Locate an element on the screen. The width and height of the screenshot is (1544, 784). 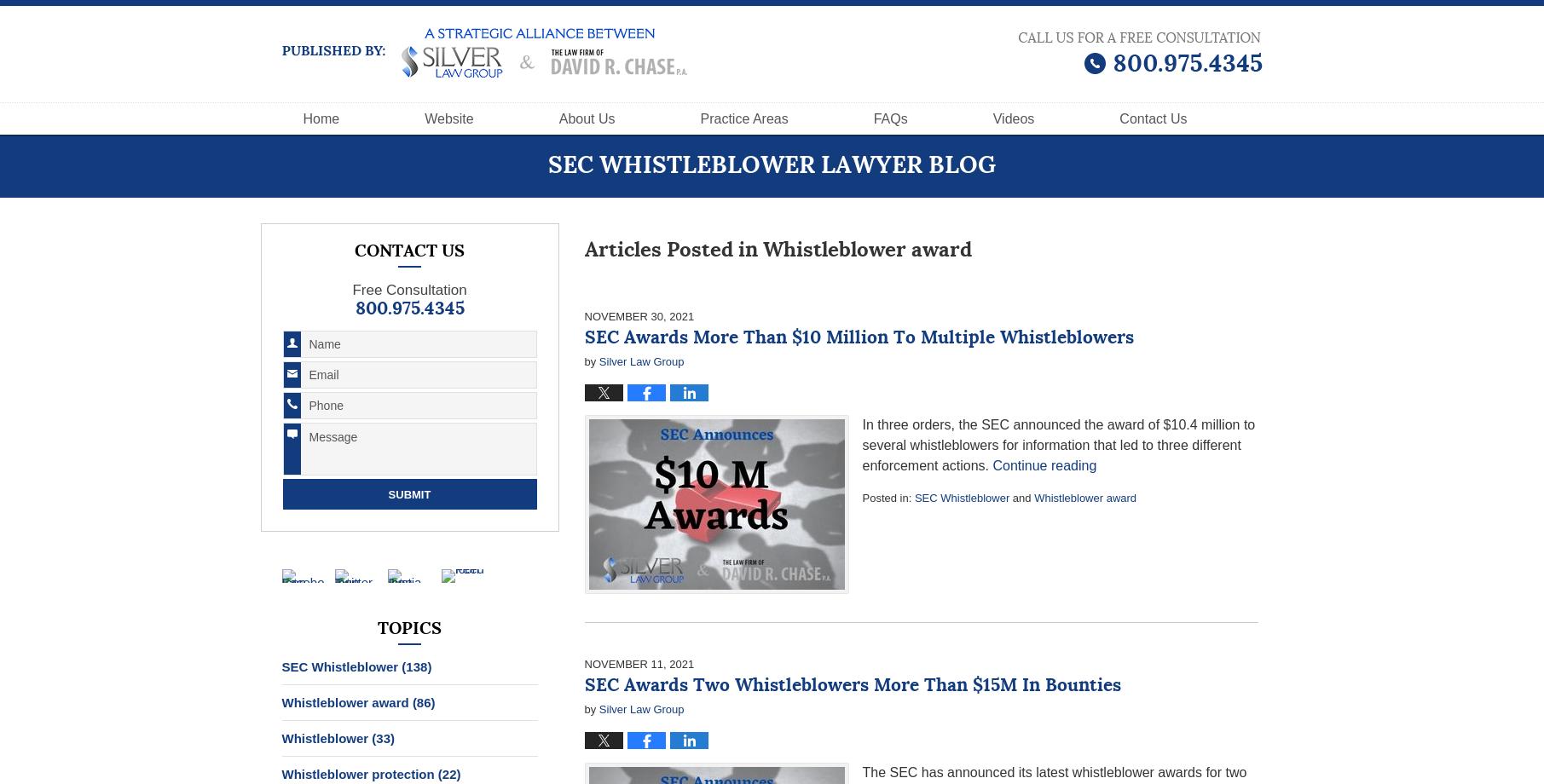
'SEC Awards Two Whistleblowers More Than $15M In Bounties' is located at coordinates (851, 686).